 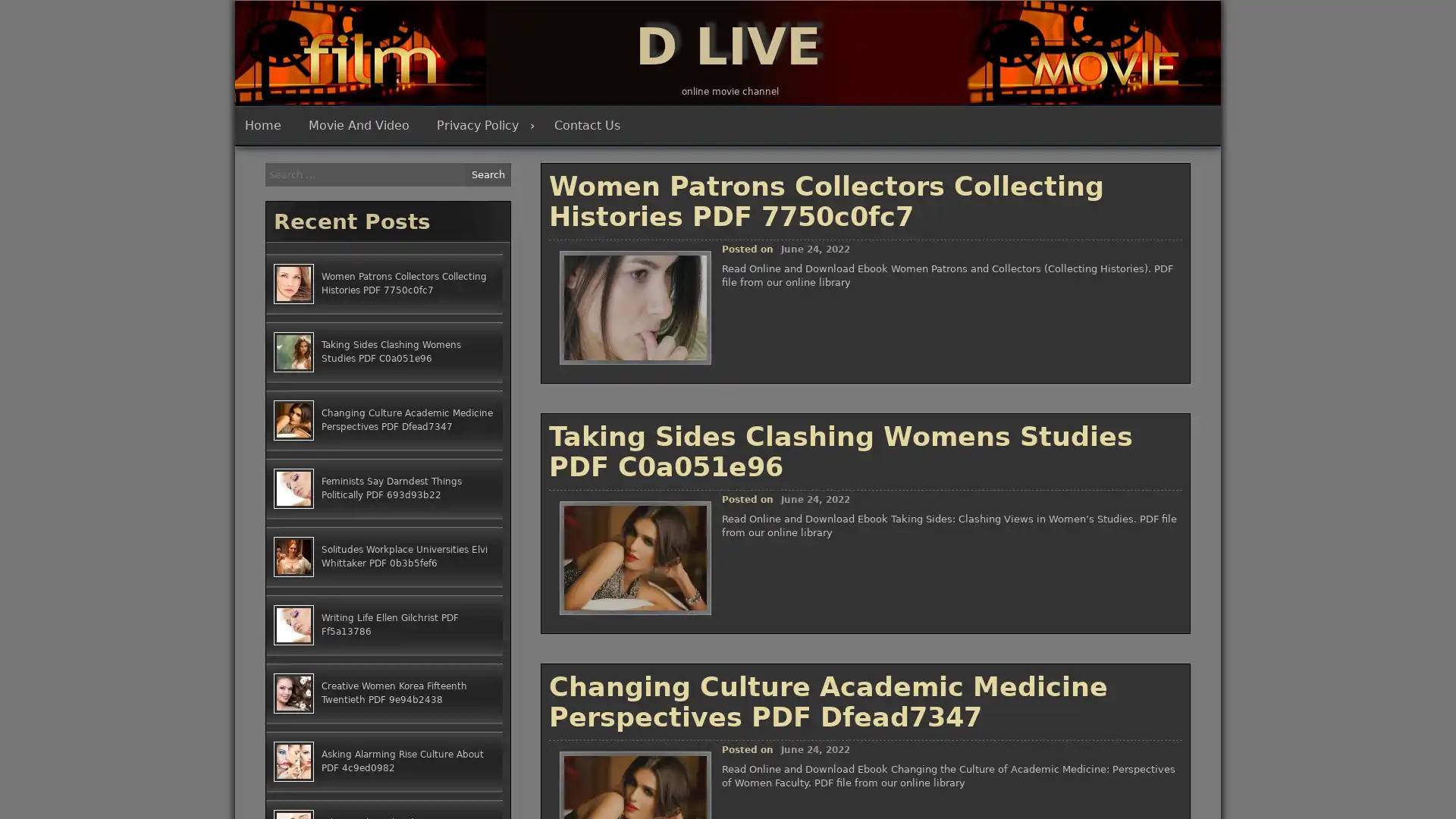 I want to click on Search, so click(x=488, y=174).